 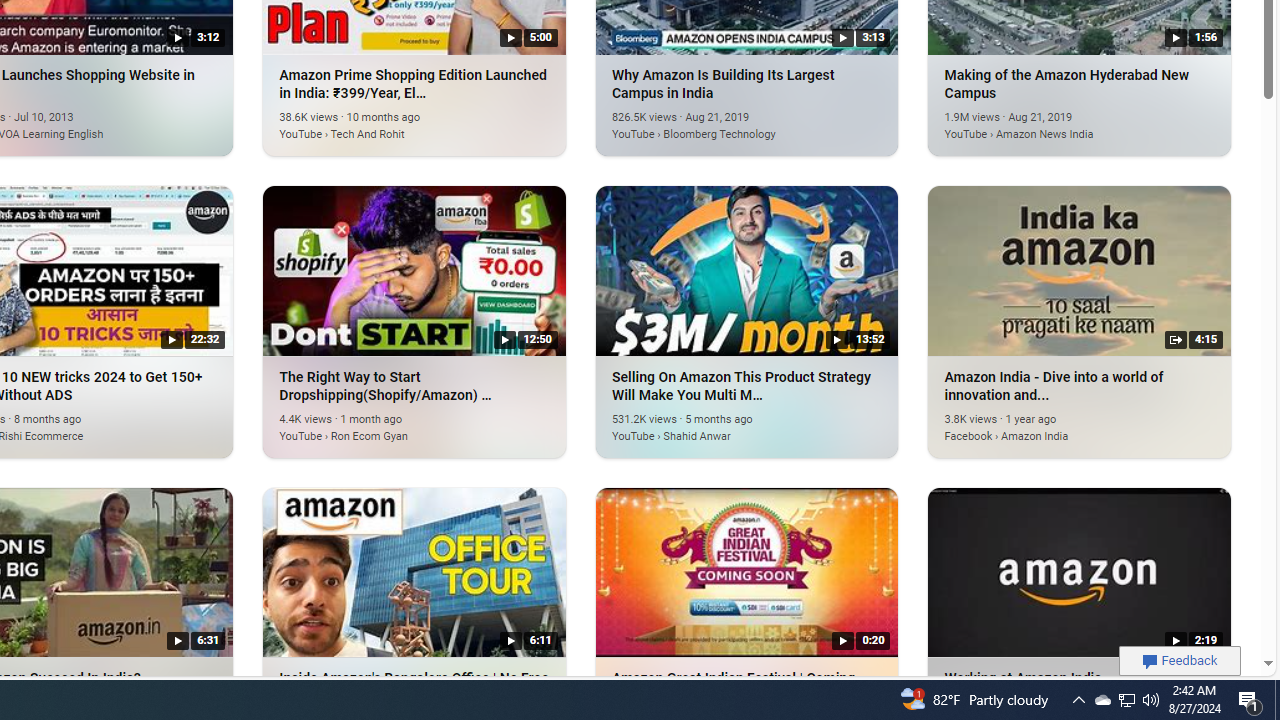 I want to click on 'Working at Amazon India', so click(x=1078, y=571).